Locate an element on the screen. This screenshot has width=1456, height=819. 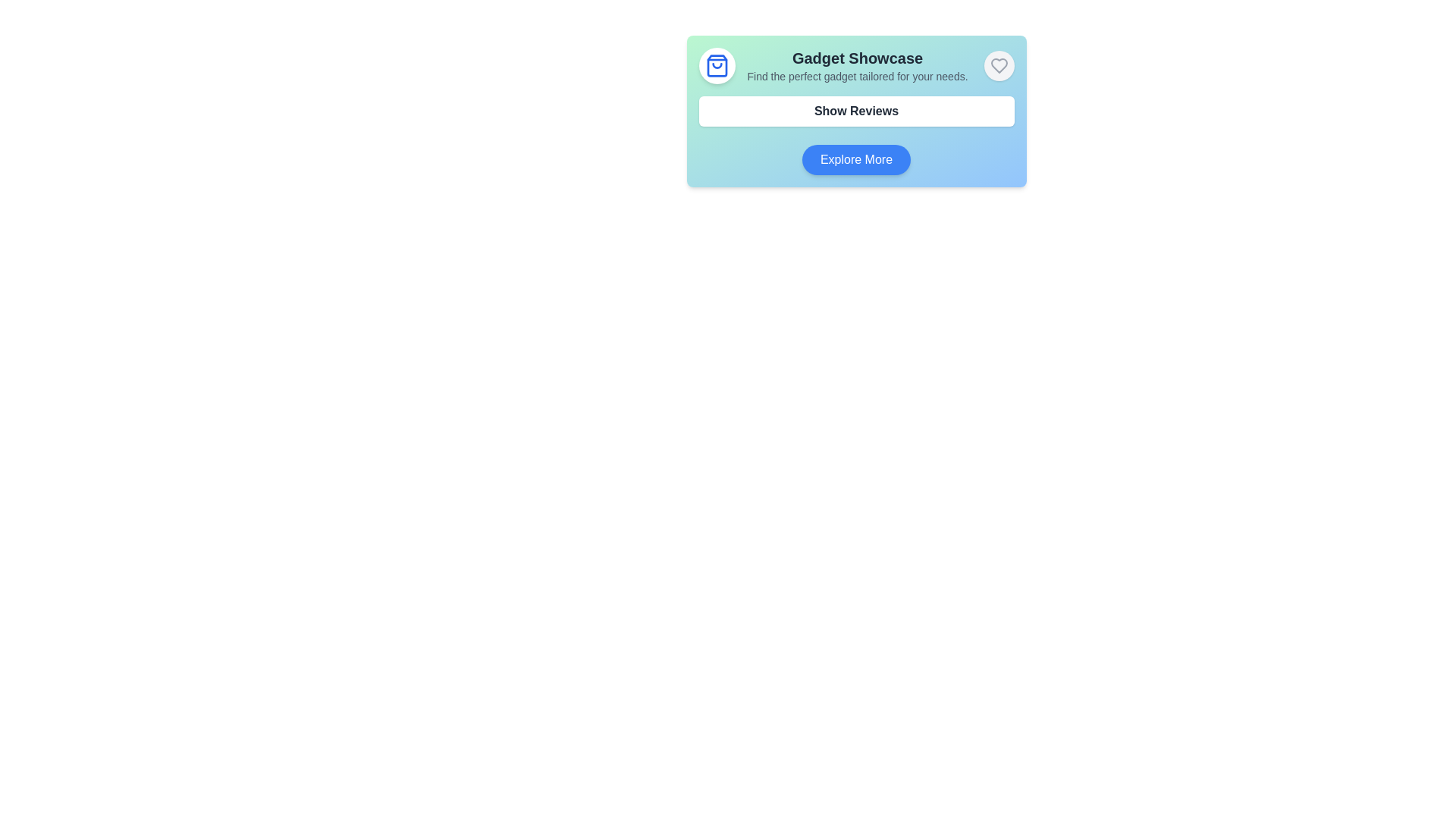
the 'Explore More' button is located at coordinates (856, 160).